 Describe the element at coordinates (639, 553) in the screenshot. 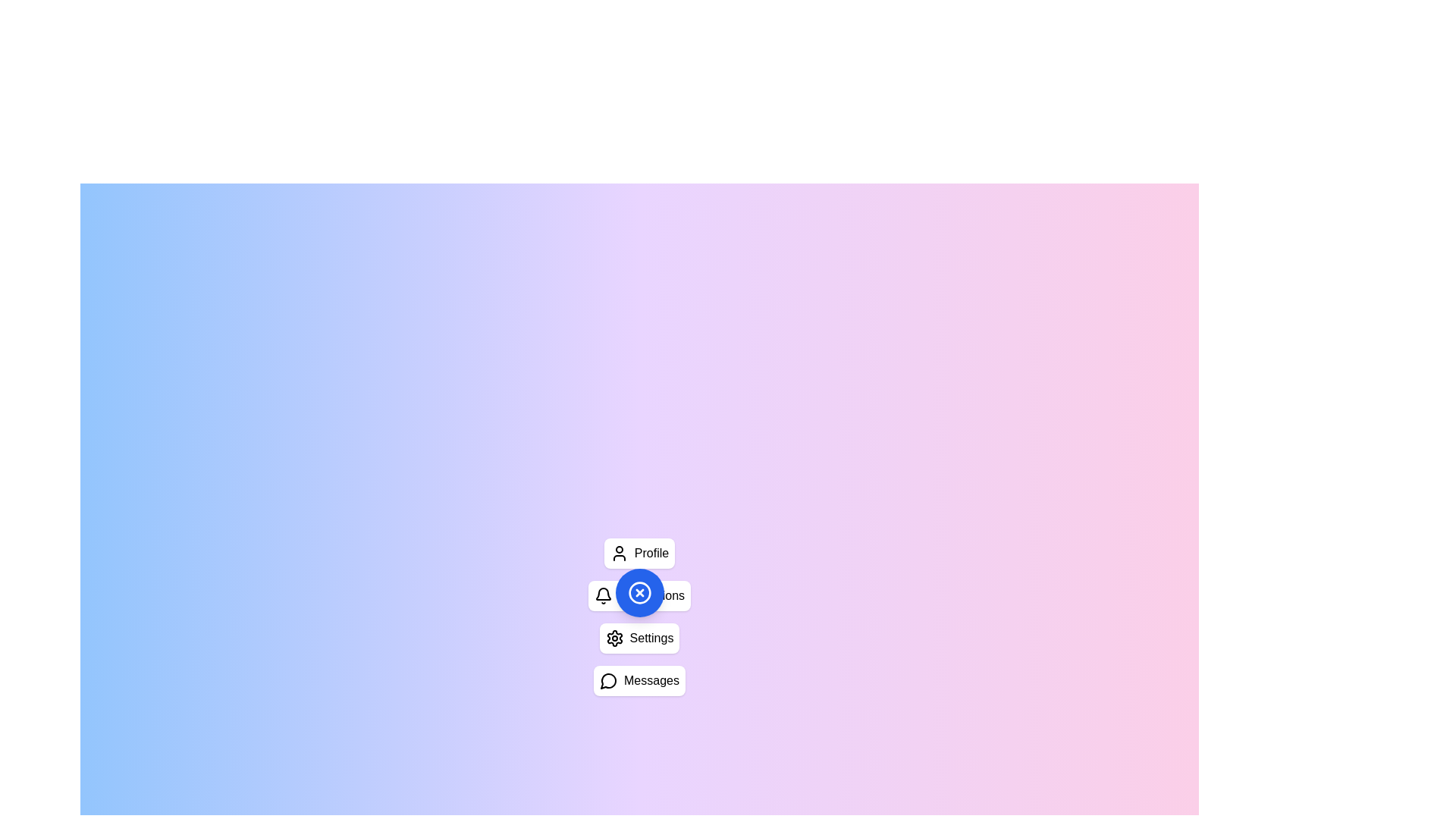

I see `the 'Profile' button in the menu` at that location.